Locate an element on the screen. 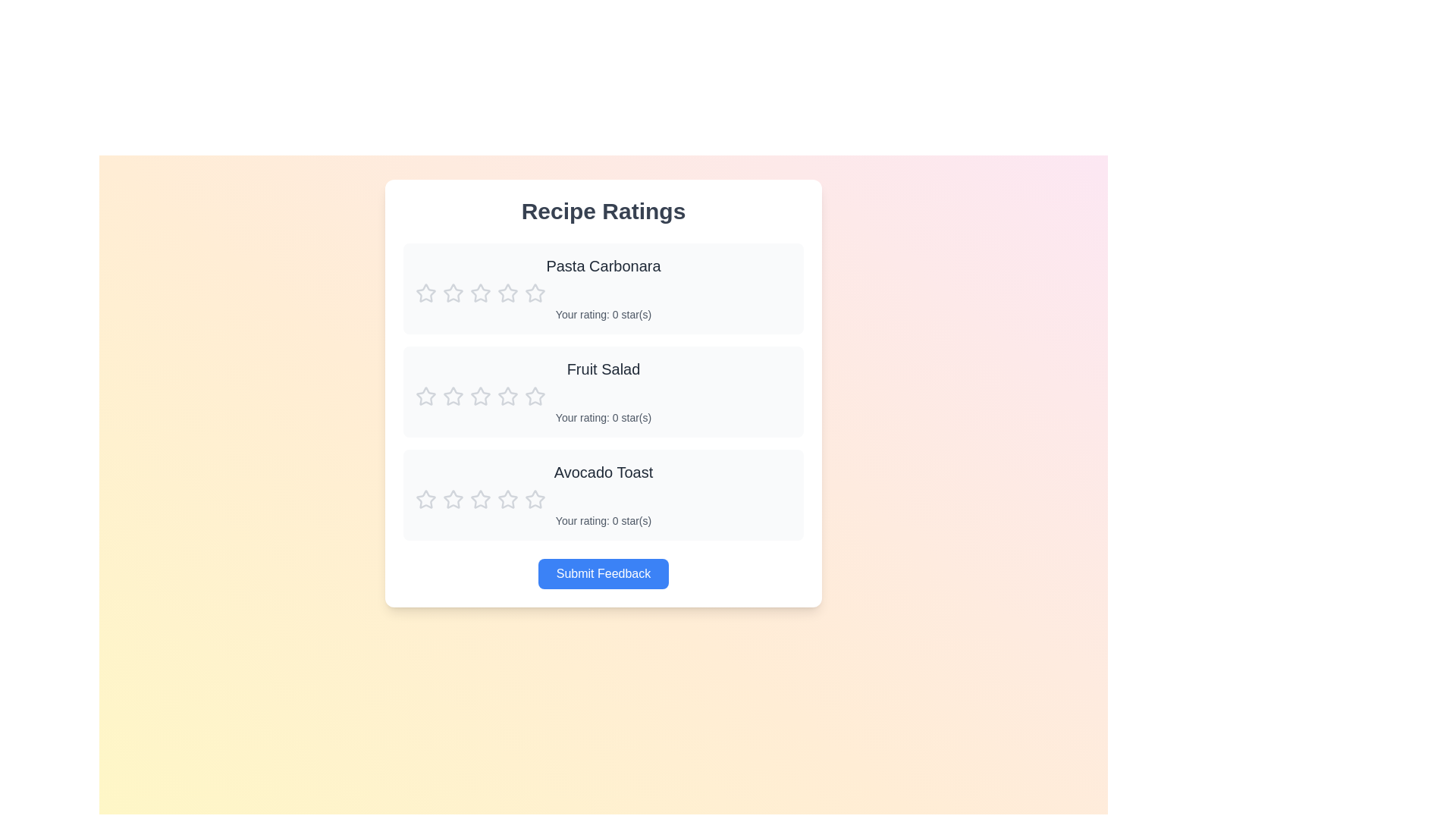  the static text label displaying 'Your rating: 0 star(s)', which is styled minimally and located below the star icons in the rating interface for 'Pasta Carbonara' is located at coordinates (603, 314).